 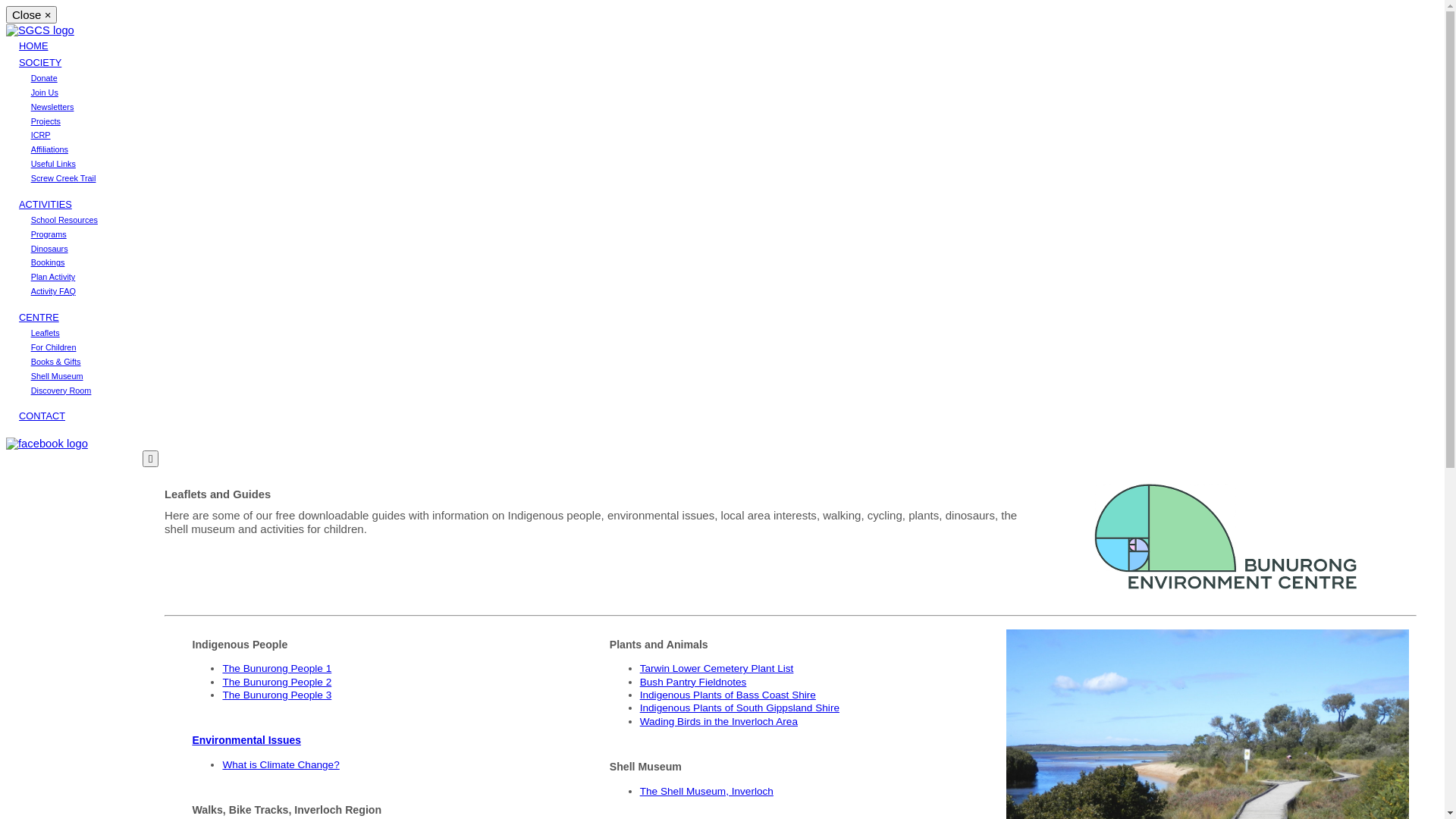 I want to click on 'CONTACT', so click(x=18, y=416).